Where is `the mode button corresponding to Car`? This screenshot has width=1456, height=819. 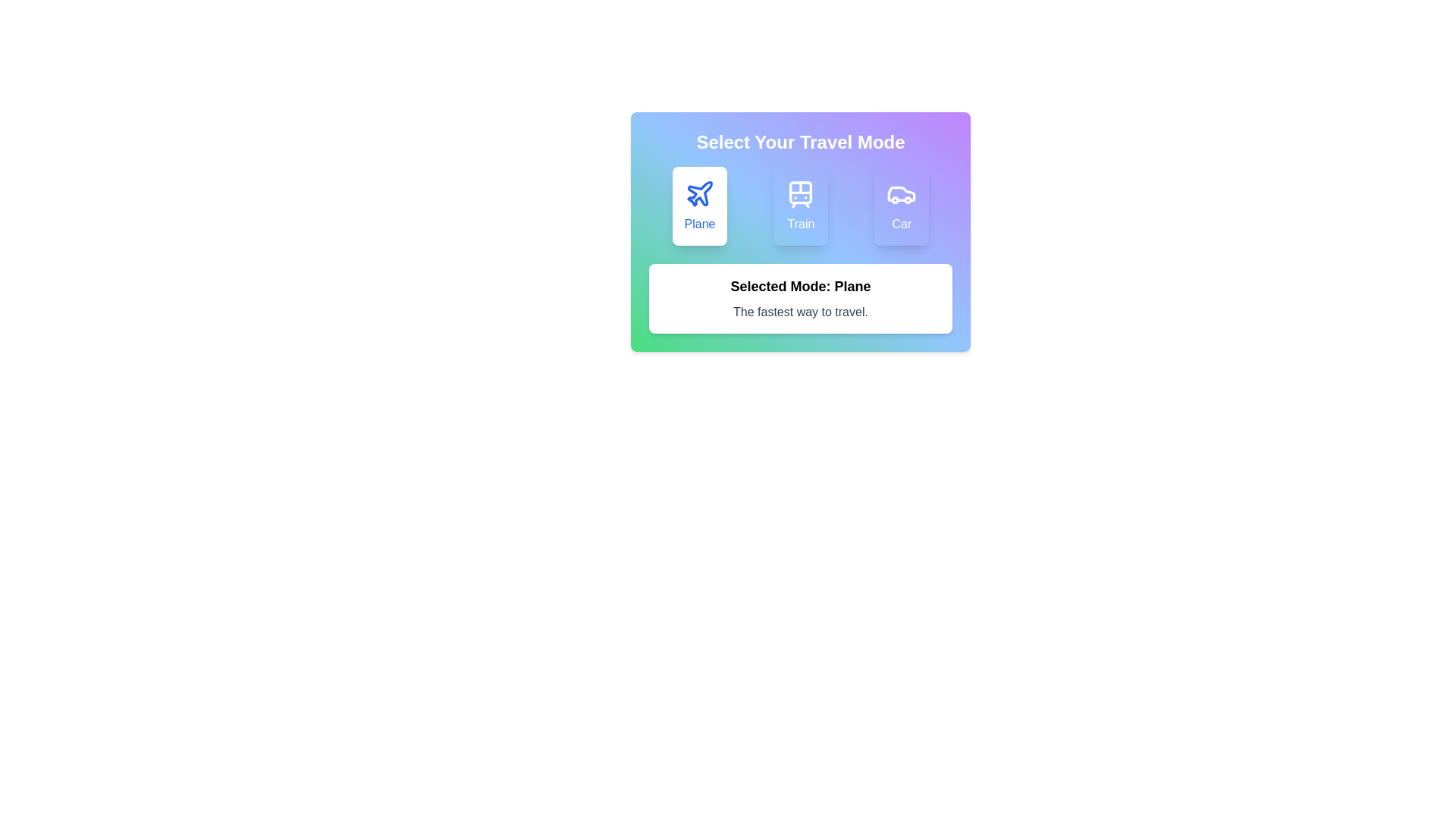 the mode button corresponding to Car is located at coordinates (902, 206).